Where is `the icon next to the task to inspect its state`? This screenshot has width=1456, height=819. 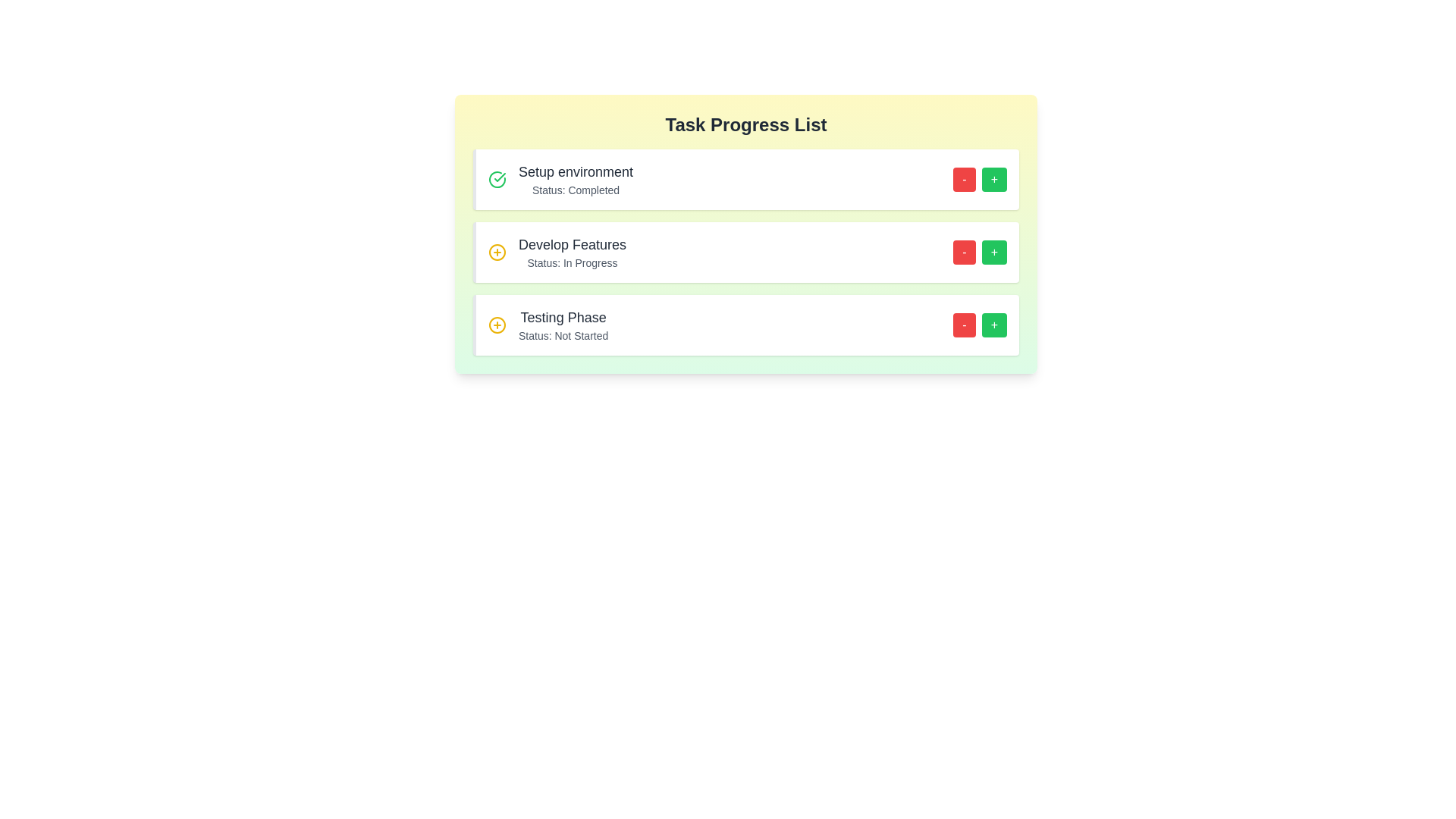 the icon next to the task to inspect its state is located at coordinates (497, 178).